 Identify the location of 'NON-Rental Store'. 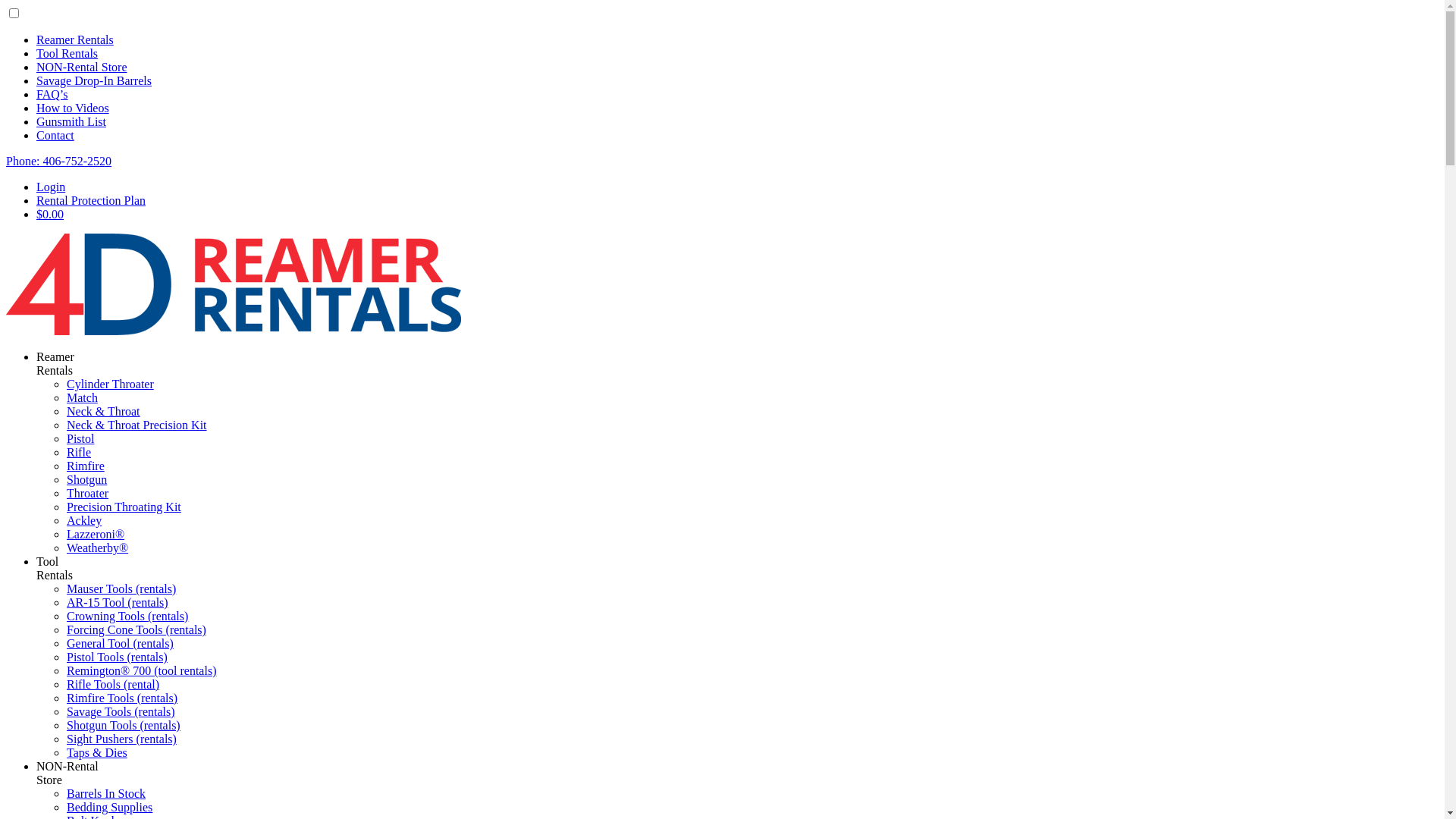
(80, 66).